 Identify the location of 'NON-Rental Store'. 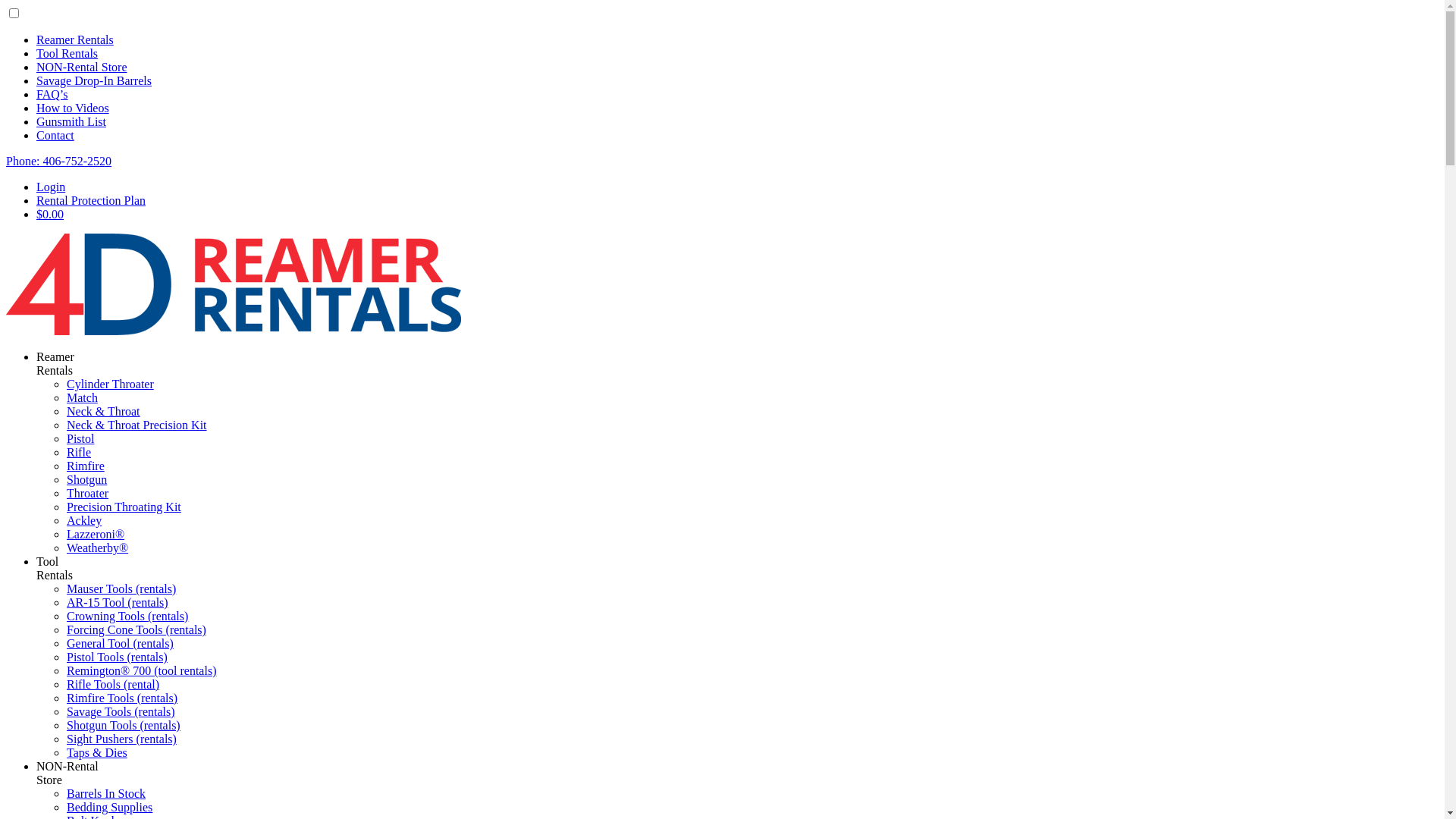
(80, 66).